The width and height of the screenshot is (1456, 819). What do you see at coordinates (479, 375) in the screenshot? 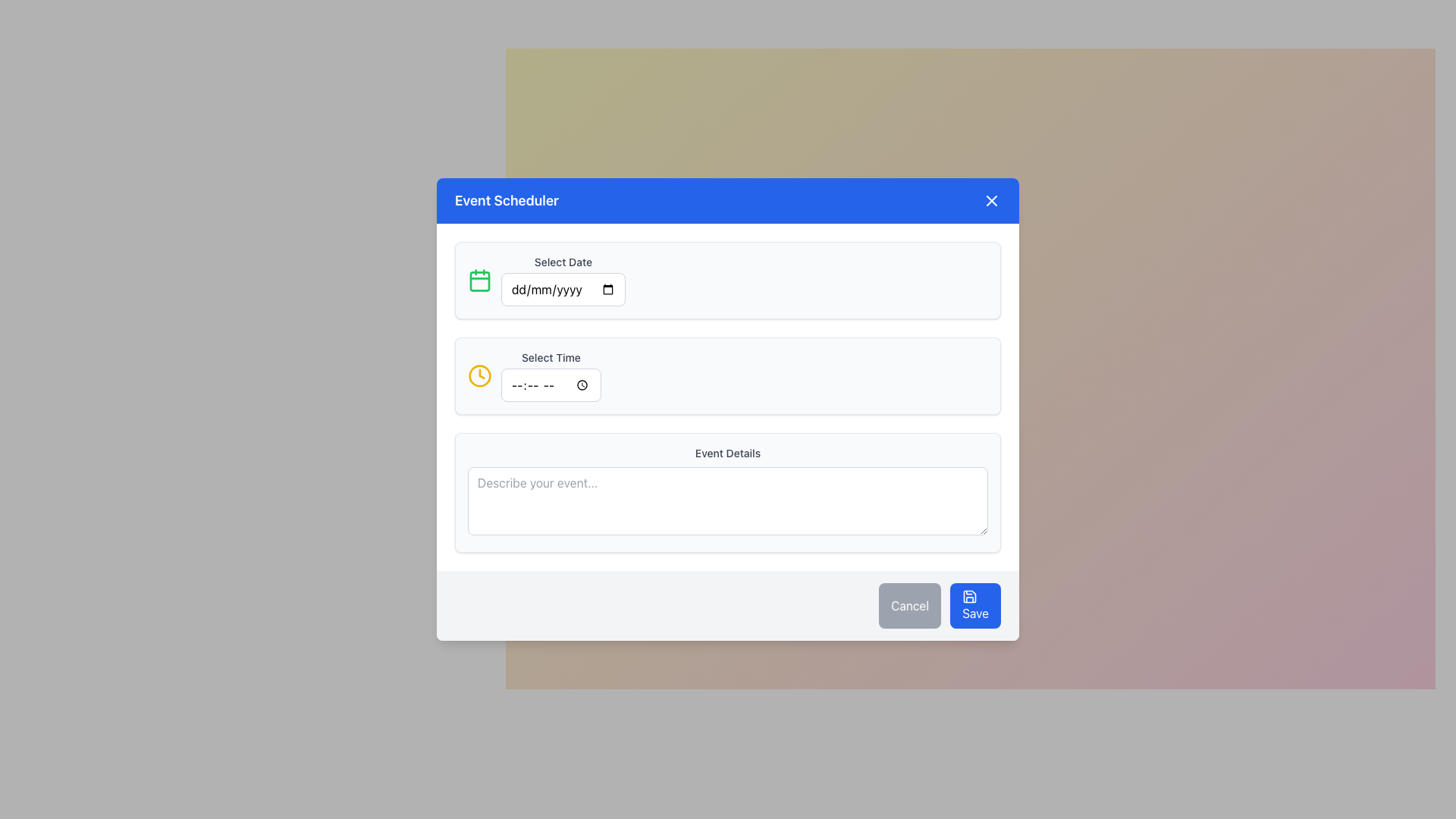
I see `the central circle of the clock icon, which has a yellow outline and is located near the 'Select Time' label in the Event Scheduler interface` at bounding box center [479, 375].